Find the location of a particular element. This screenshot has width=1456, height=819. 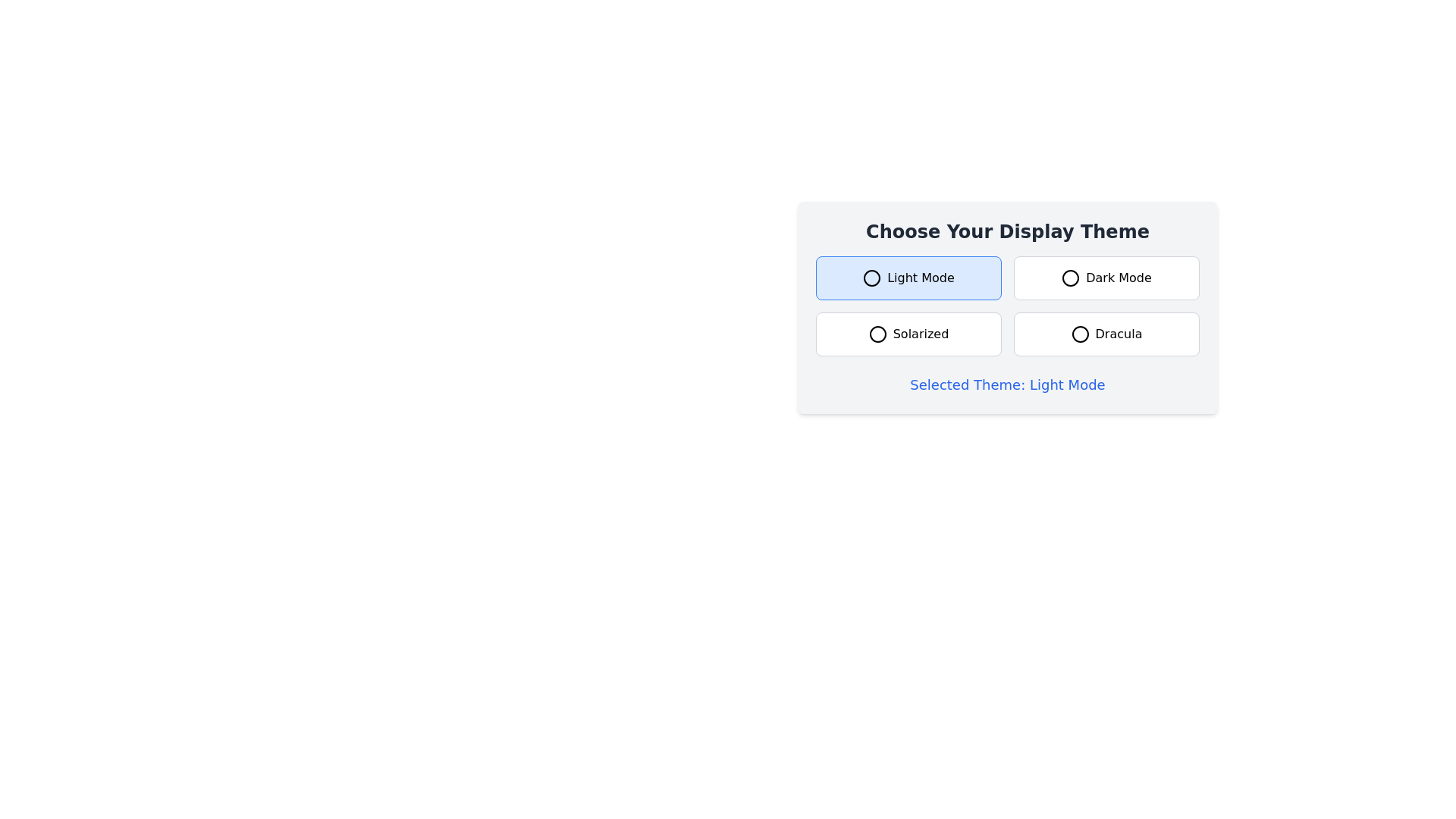

the visual indicator icon representing the theme selection option contained within the 'Solarized' button, located to the left of the text label is located at coordinates (877, 333).